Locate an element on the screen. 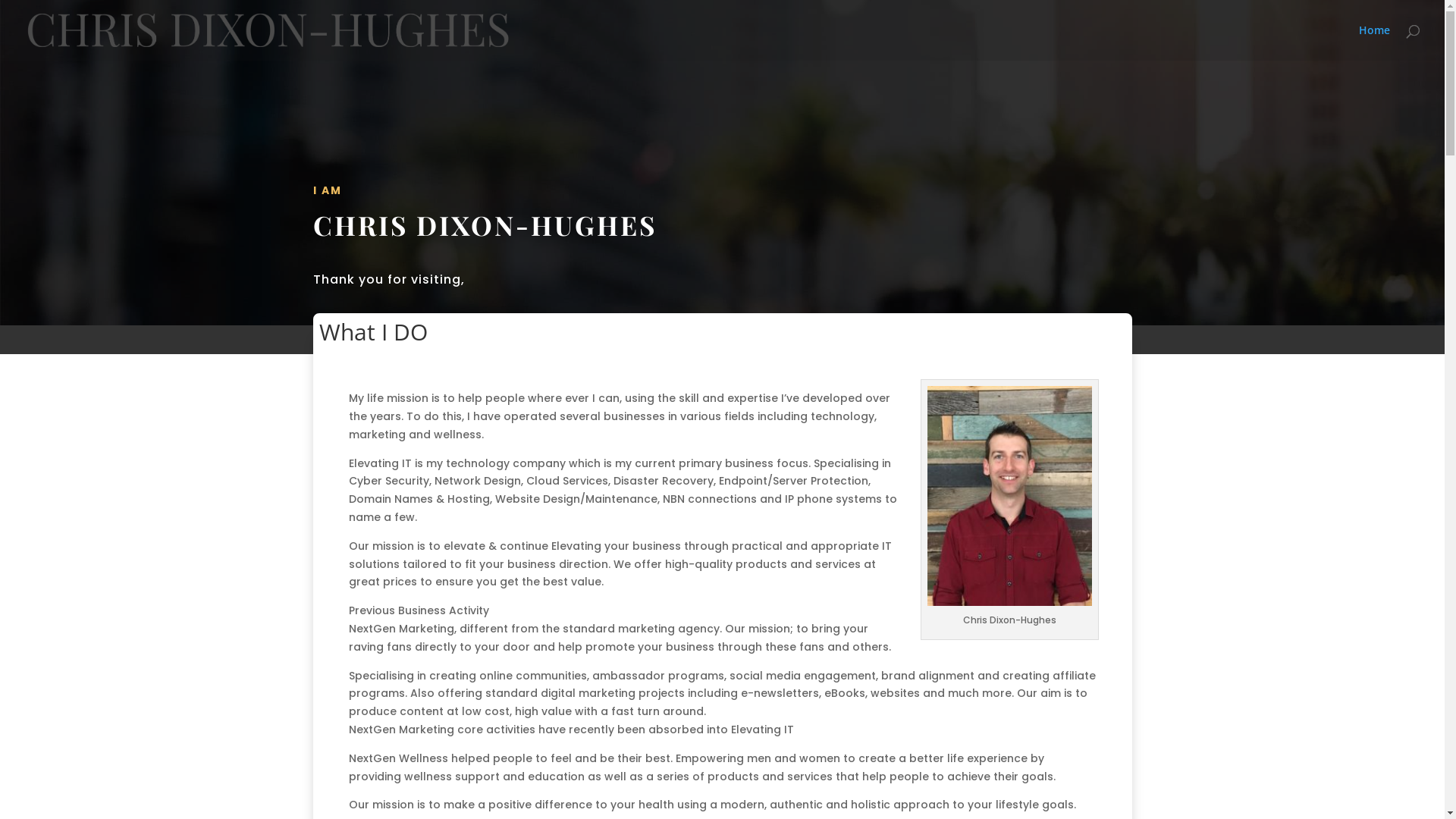  'Home' is located at coordinates (1374, 42).